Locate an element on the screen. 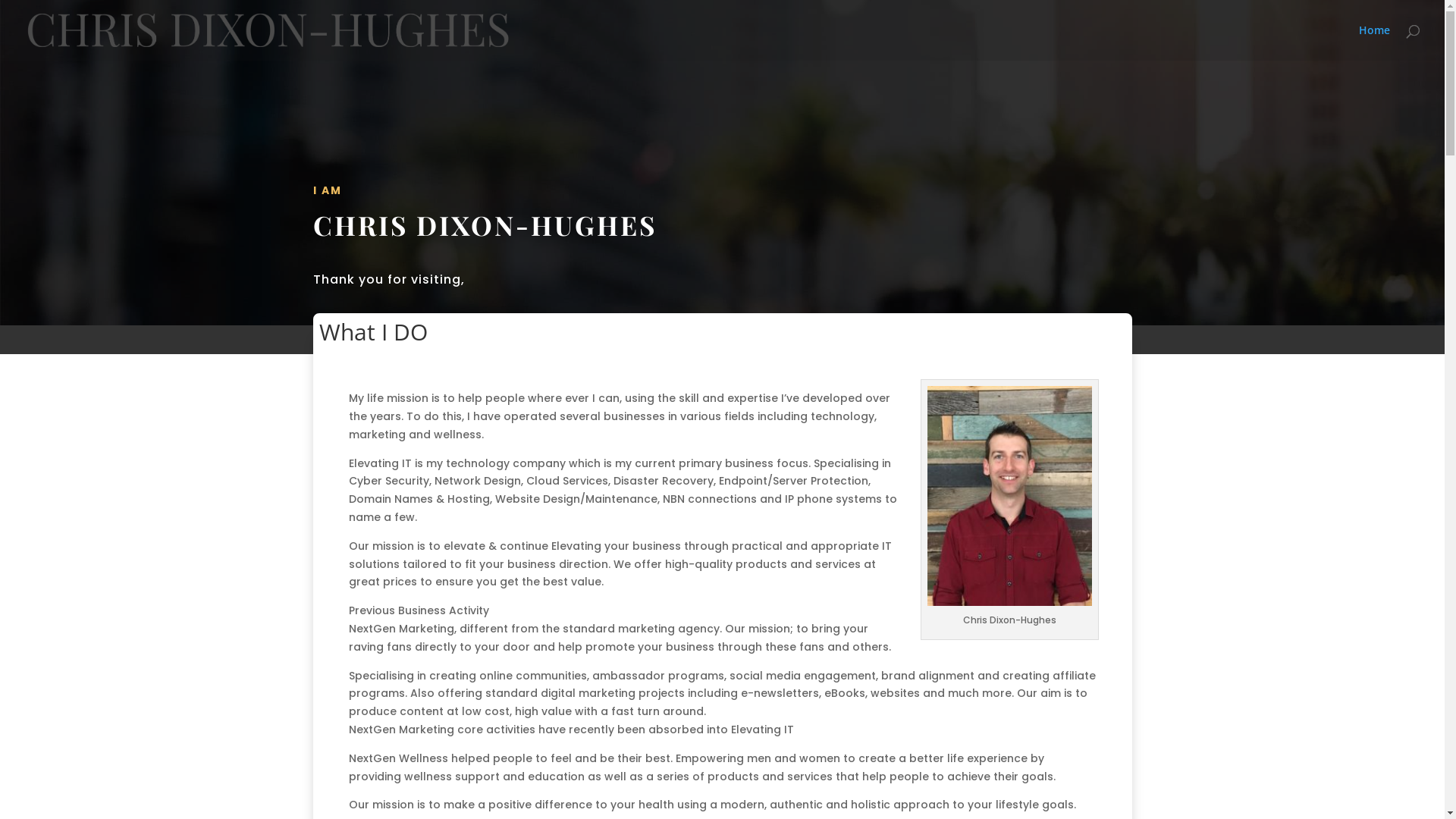  'Home' is located at coordinates (1374, 42).